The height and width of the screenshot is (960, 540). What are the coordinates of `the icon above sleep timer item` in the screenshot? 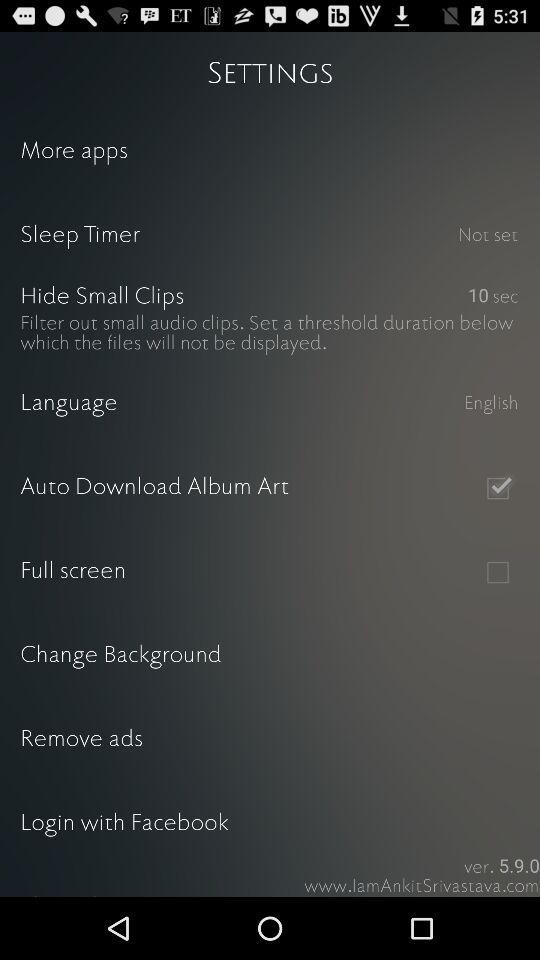 It's located at (270, 151).